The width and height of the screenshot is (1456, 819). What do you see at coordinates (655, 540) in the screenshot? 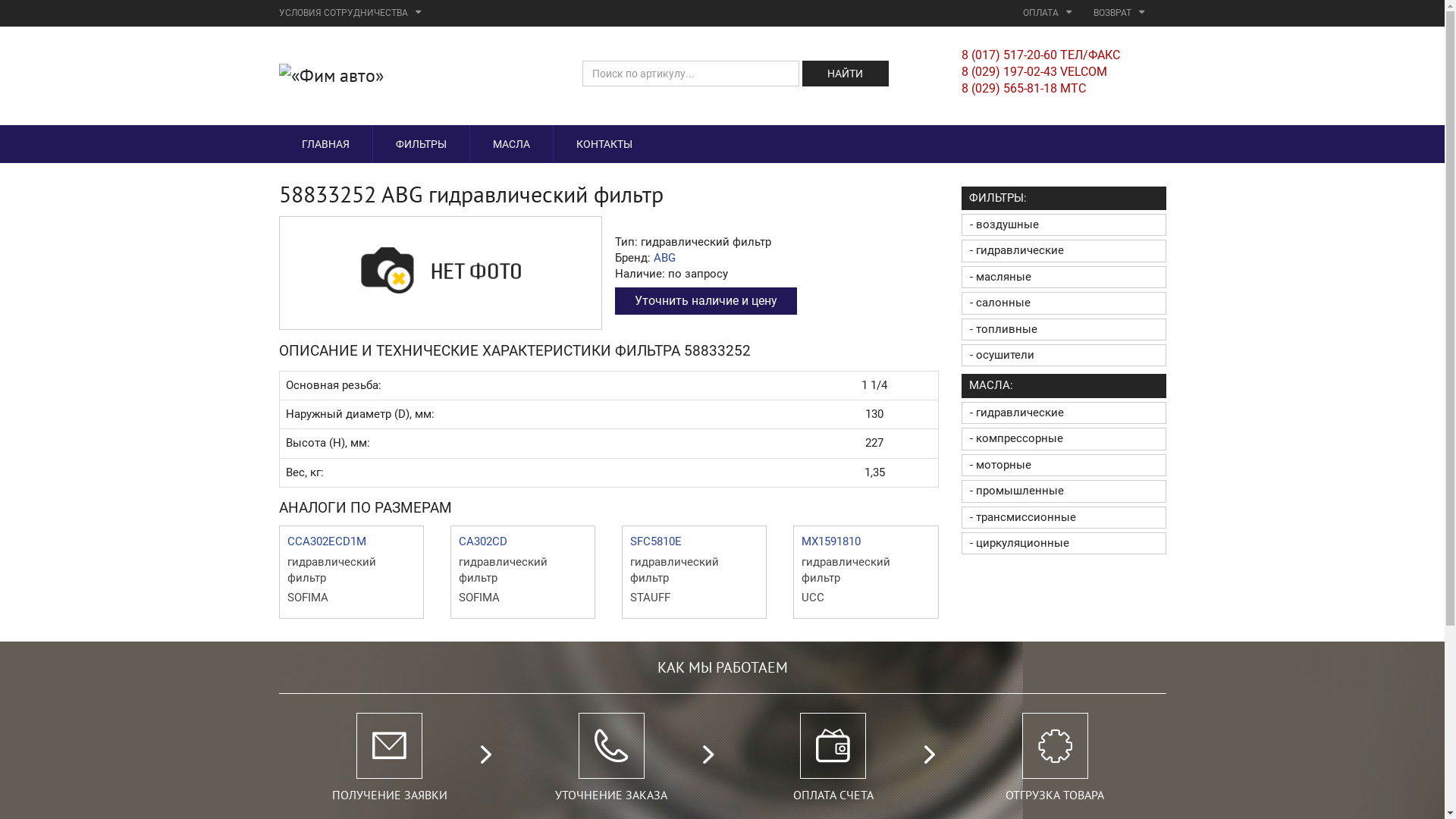
I see `'SFC5810E'` at bounding box center [655, 540].